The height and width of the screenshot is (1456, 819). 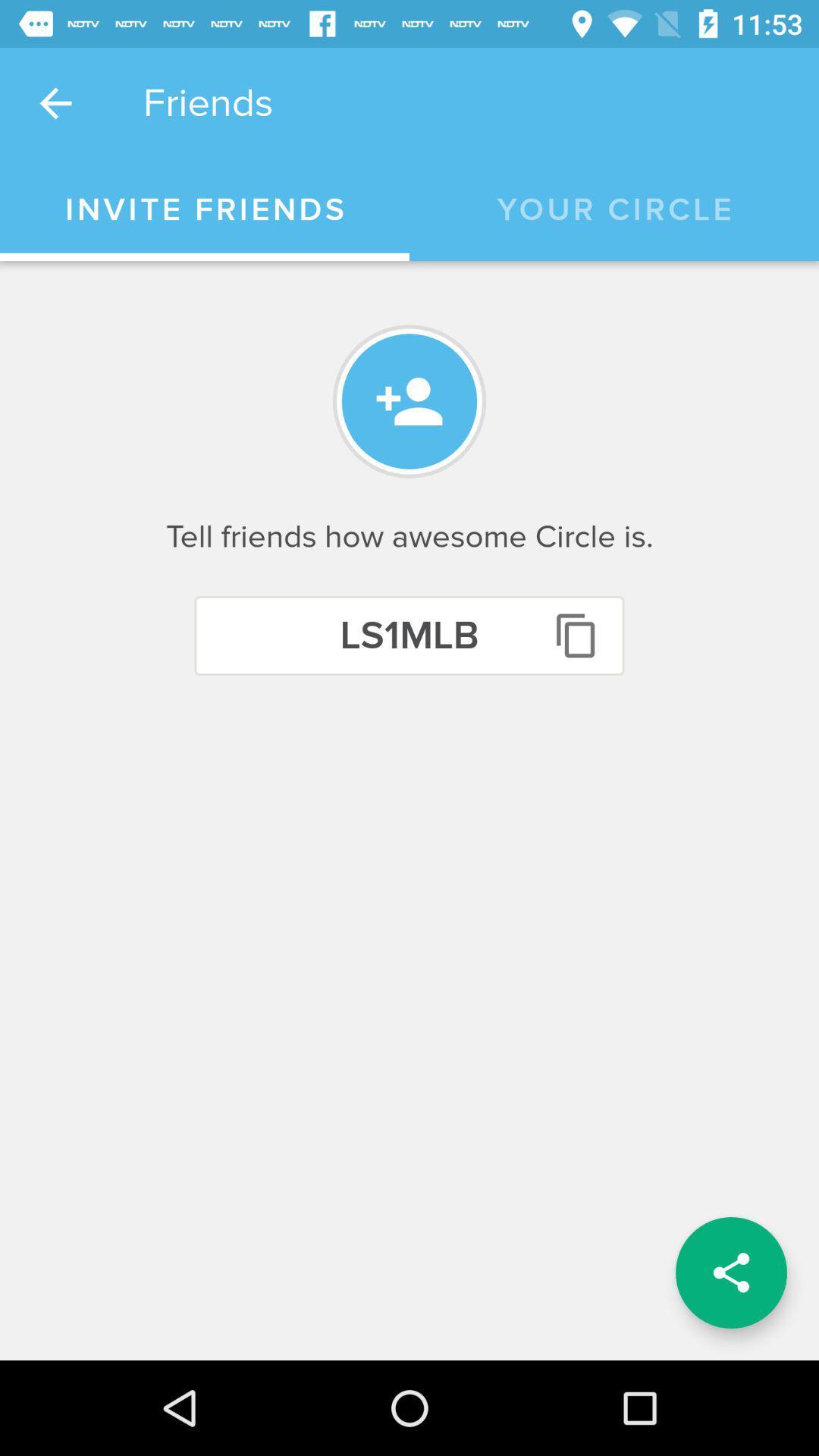 What do you see at coordinates (730, 1272) in the screenshot?
I see `icon at the bottom right corner` at bounding box center [730, 1272].